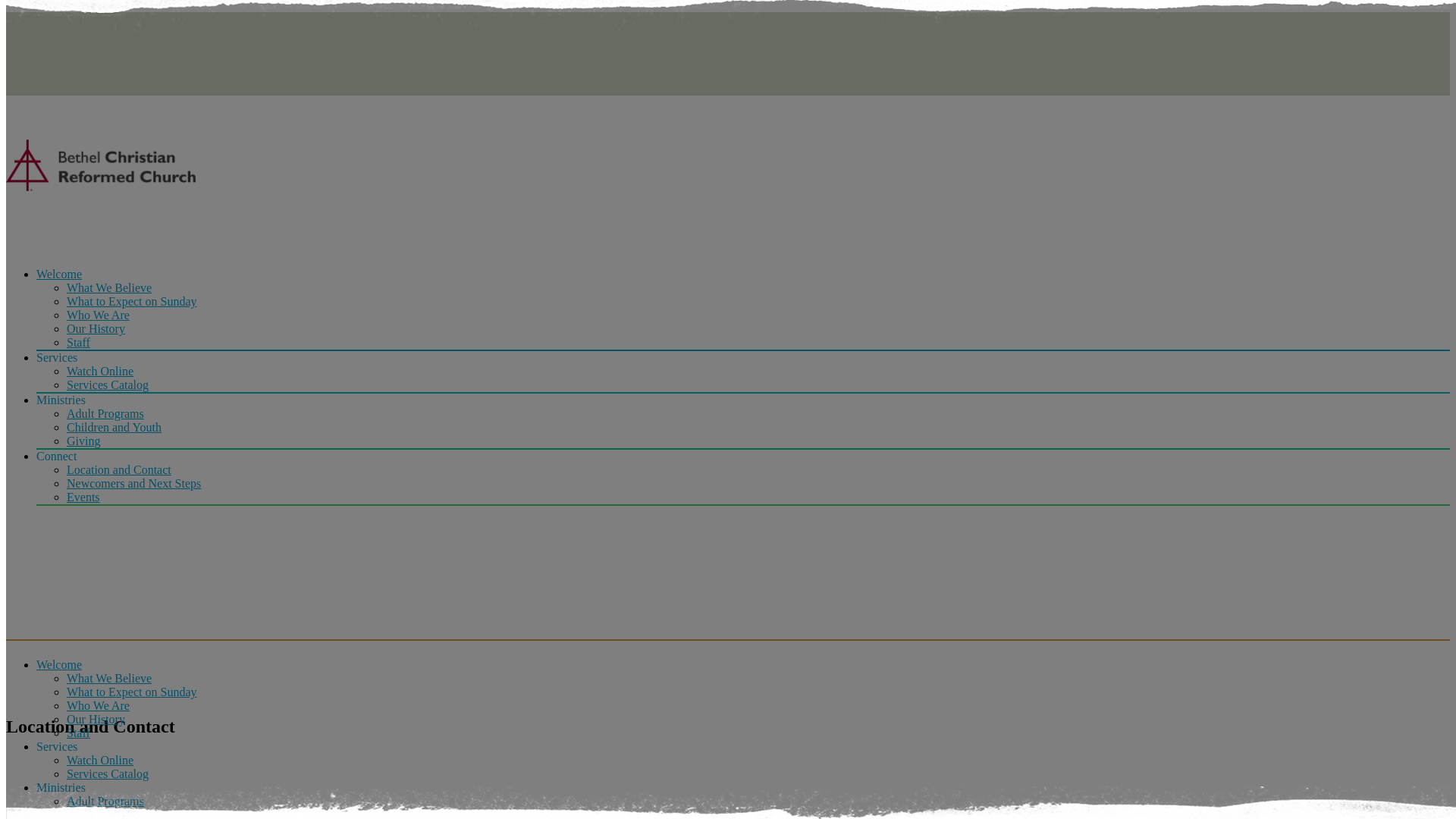 The width and height of the screenshot is (1456, 819). I want to click on 'Adult Programs', so click(105, 800).